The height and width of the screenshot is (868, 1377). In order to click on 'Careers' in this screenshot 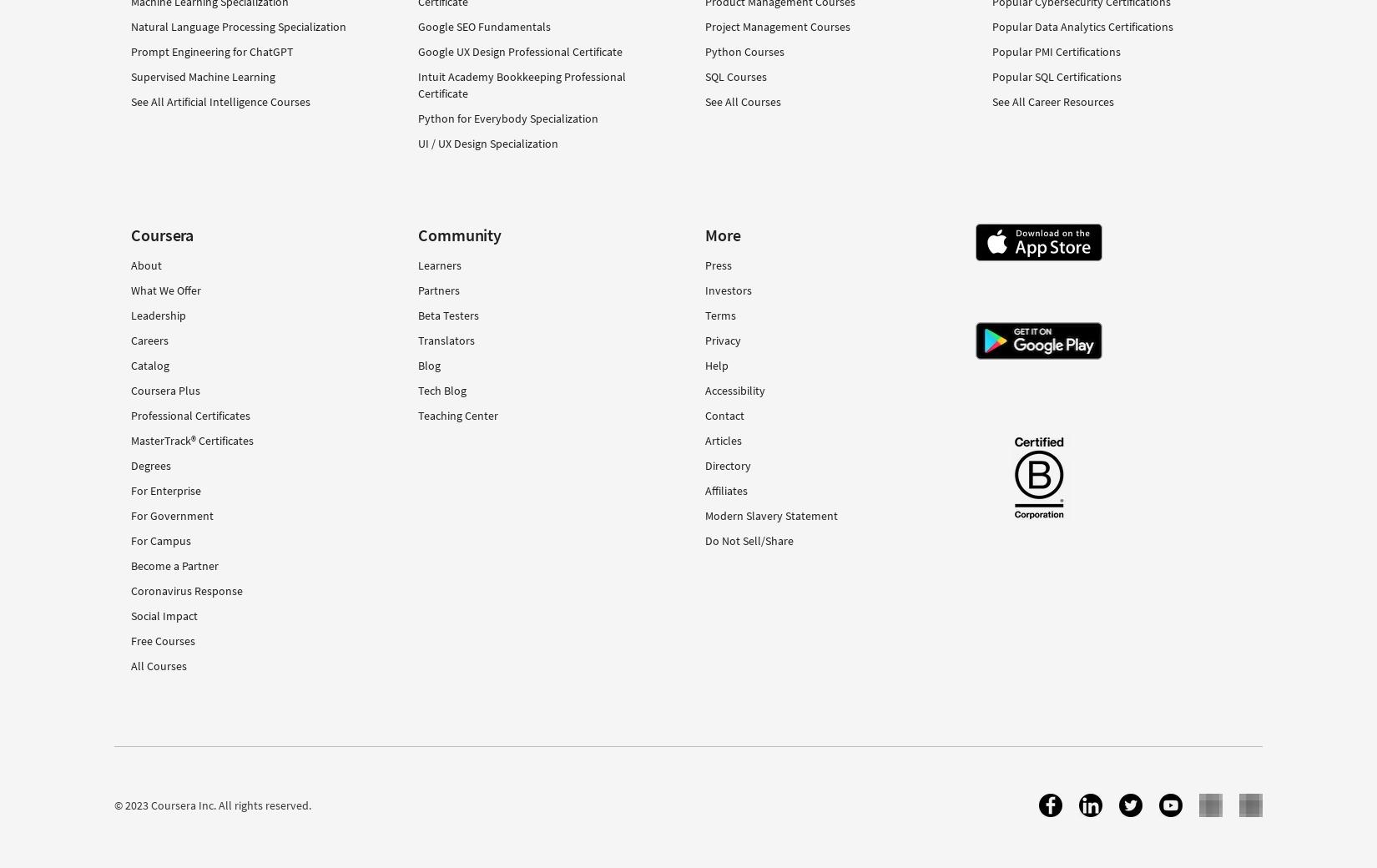, I will do `click(149, 339)`.